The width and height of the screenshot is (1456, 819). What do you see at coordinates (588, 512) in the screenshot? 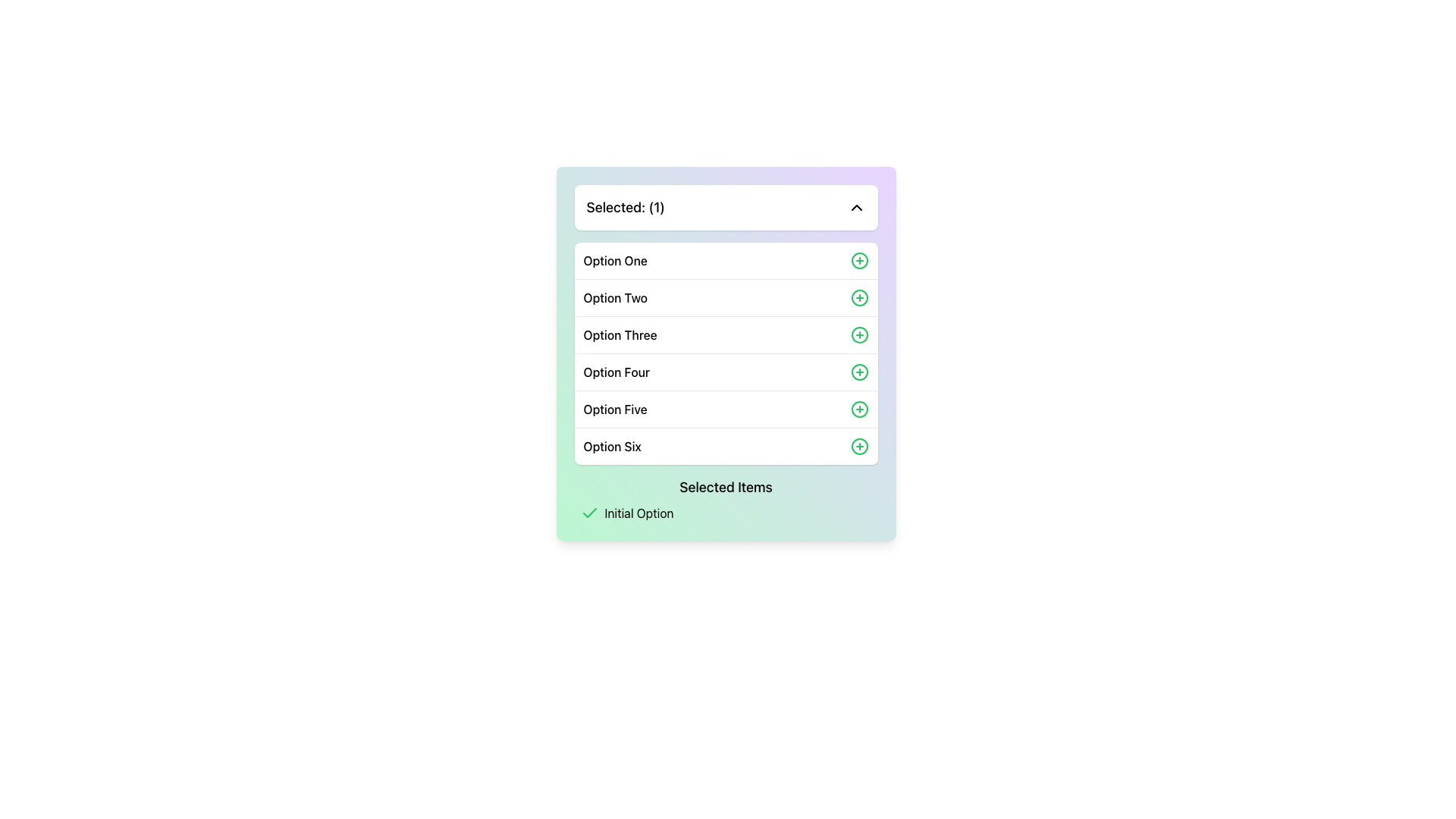
I see `the confirmation by interacting with the green checkmark icon indicating selection or confirmation, located near the bottom-center of the interface next to the 'Initial Option' label` at bounding box center [588, 512].